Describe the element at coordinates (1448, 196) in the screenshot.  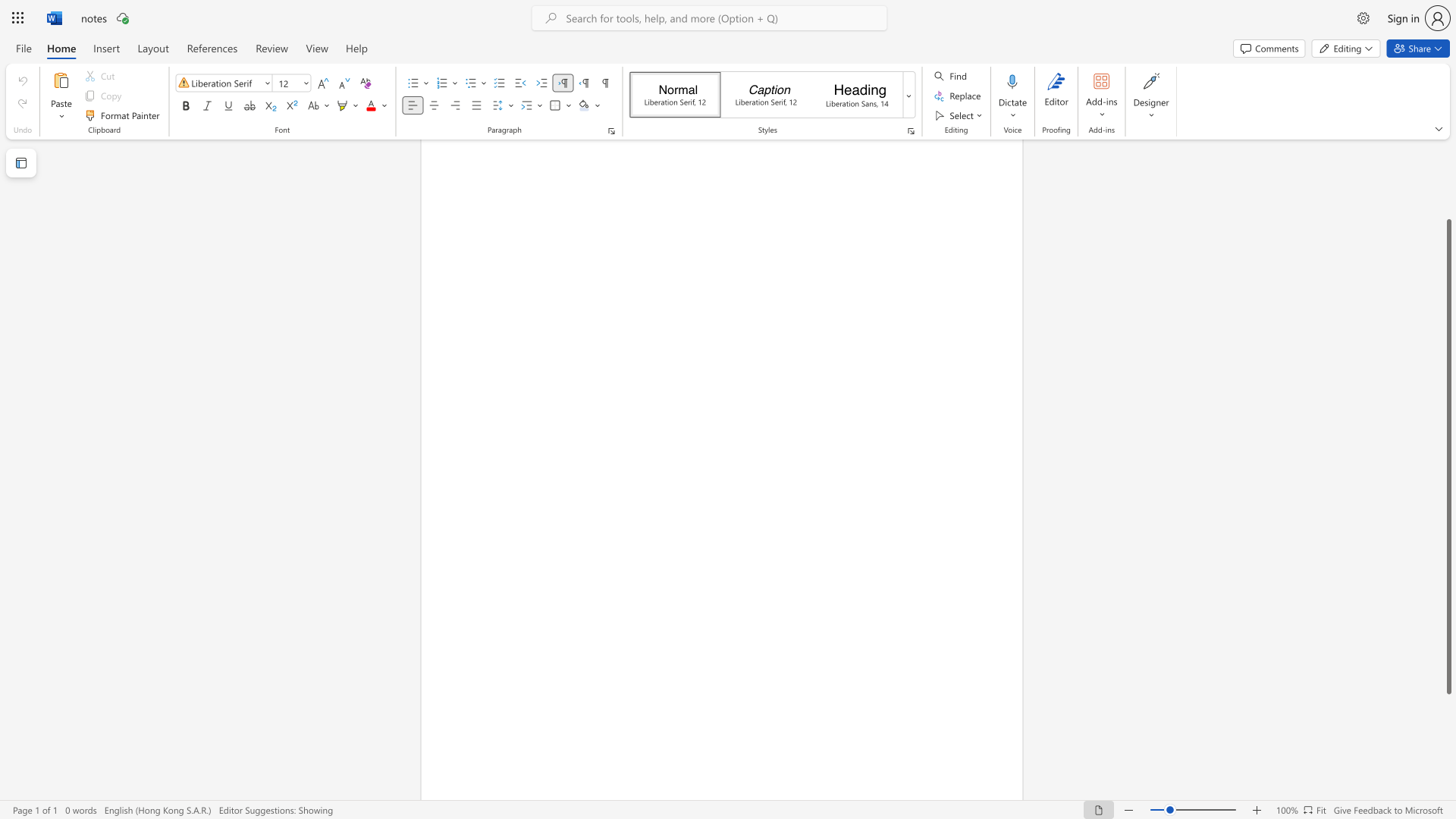
I see `the scrollbar on the side` at that location.